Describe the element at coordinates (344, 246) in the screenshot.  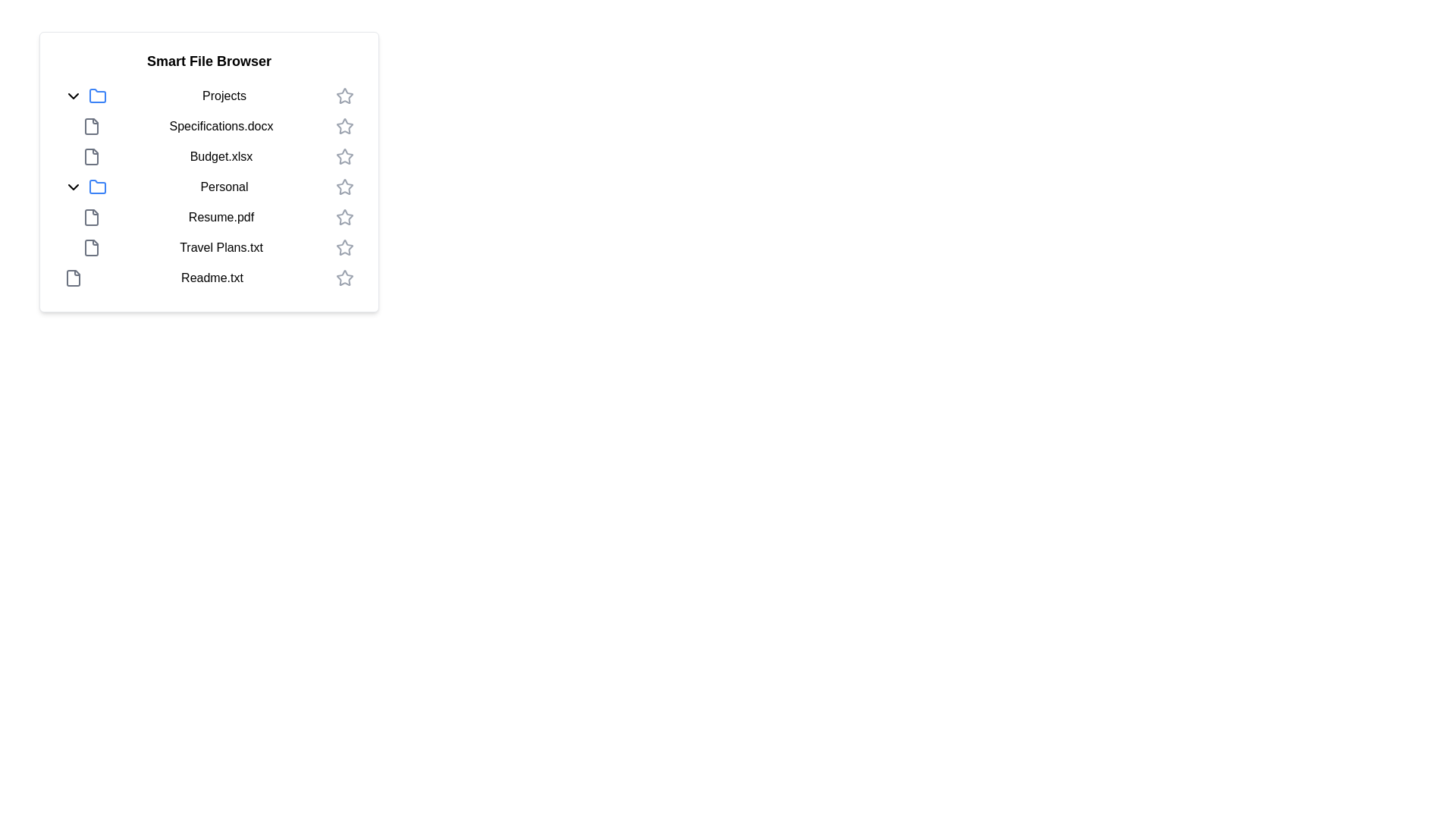
I see `the small, outlined star icon in light gray color located adjacent to the text label 'Travel Plans.txt' to interact with the item` at that location.